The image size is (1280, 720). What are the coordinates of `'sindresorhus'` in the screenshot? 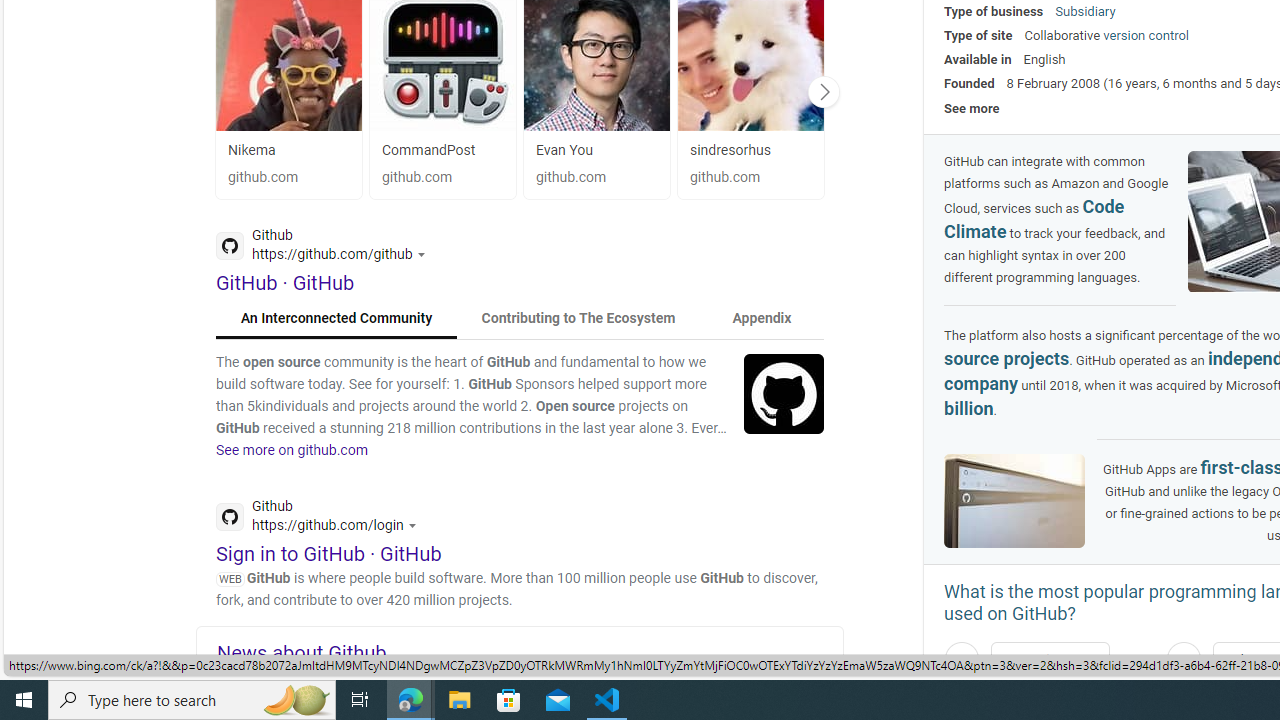 It's located at (729, 149).